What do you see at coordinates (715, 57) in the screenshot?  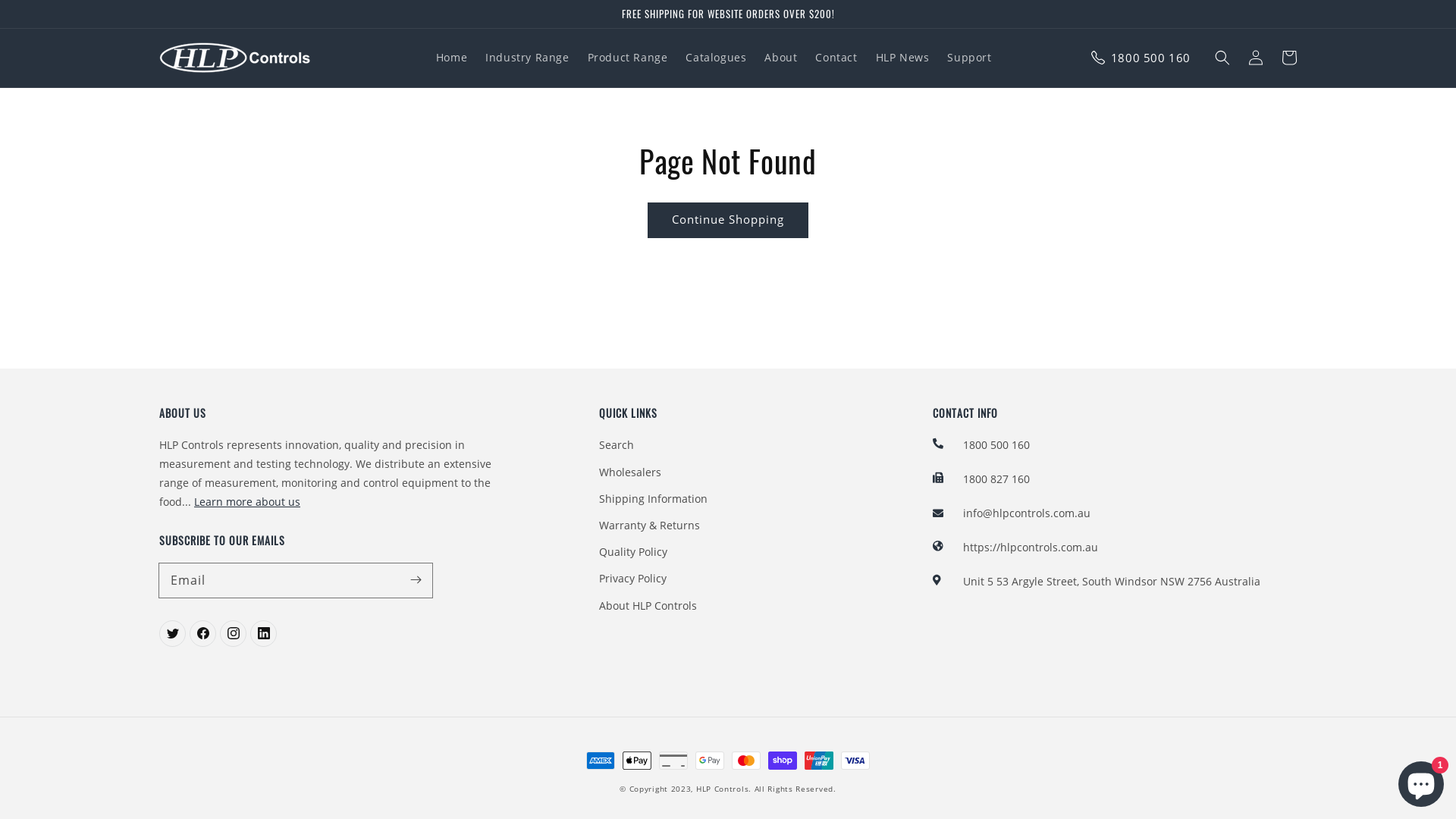 I see `'Catalogues'` at bounding box center [715, 57].